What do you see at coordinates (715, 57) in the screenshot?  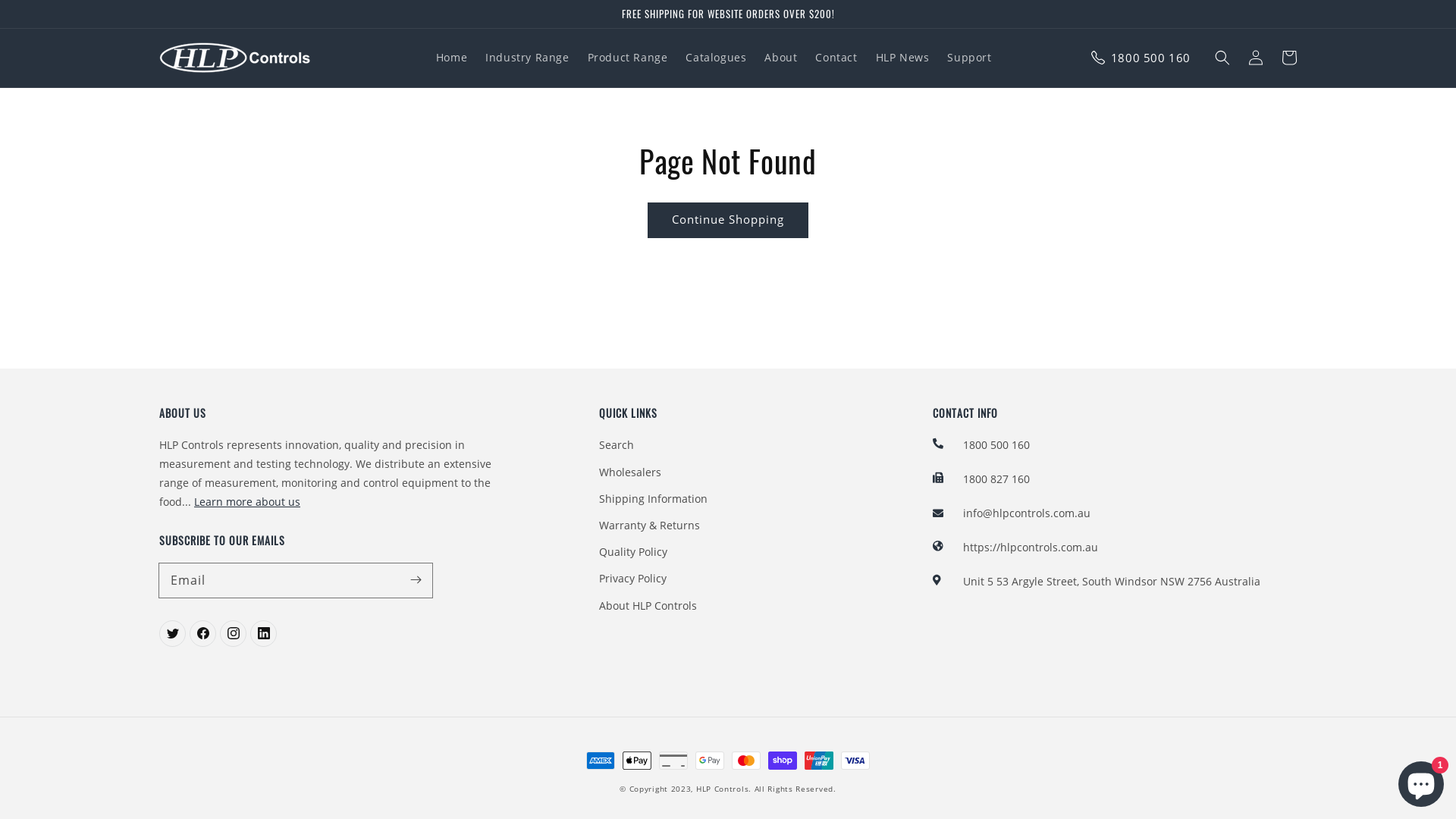 I see `'Catalogues'` at bounding box center [715, 57].